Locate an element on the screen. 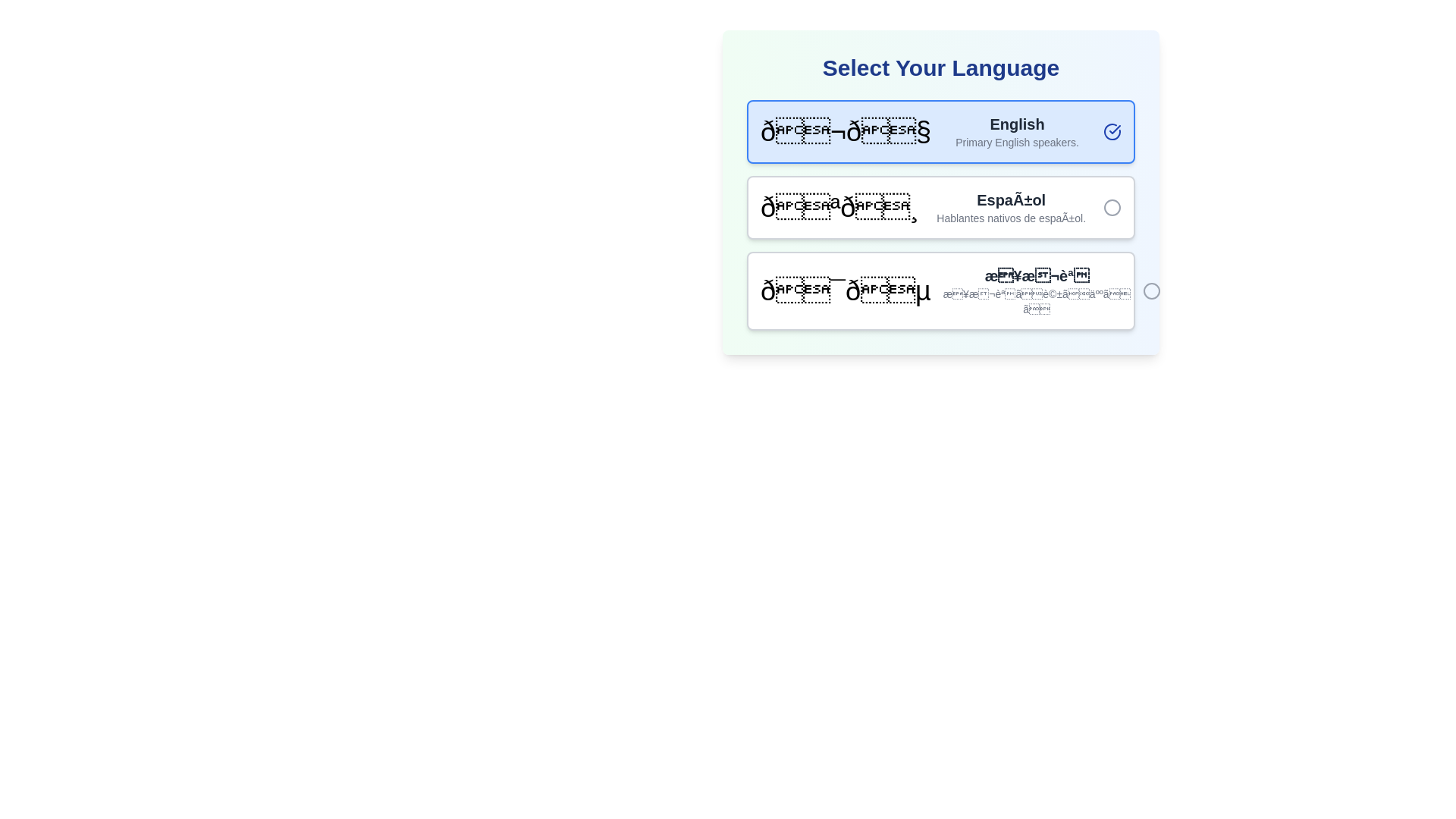 The height and width of the screenshot is (819, 1456). the Spanish language icon or emoji located in the second selectable card of the language selection interface, which is positioned to the left of the text 'Español.' is located at coordinates (839, 207).